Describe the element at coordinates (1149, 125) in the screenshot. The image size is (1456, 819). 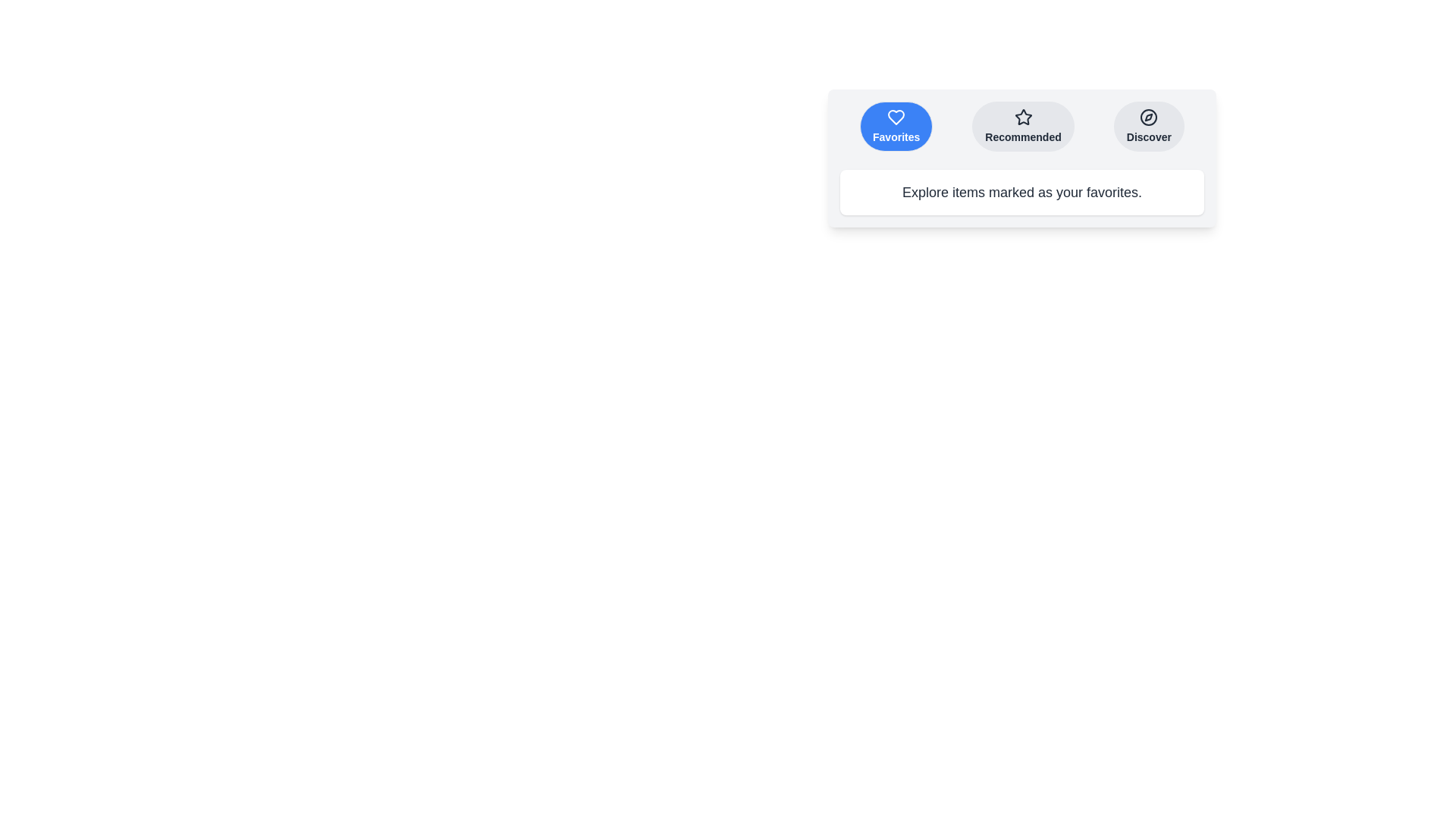
I see `the tab labeled Discover to observe its styling change` at that location.